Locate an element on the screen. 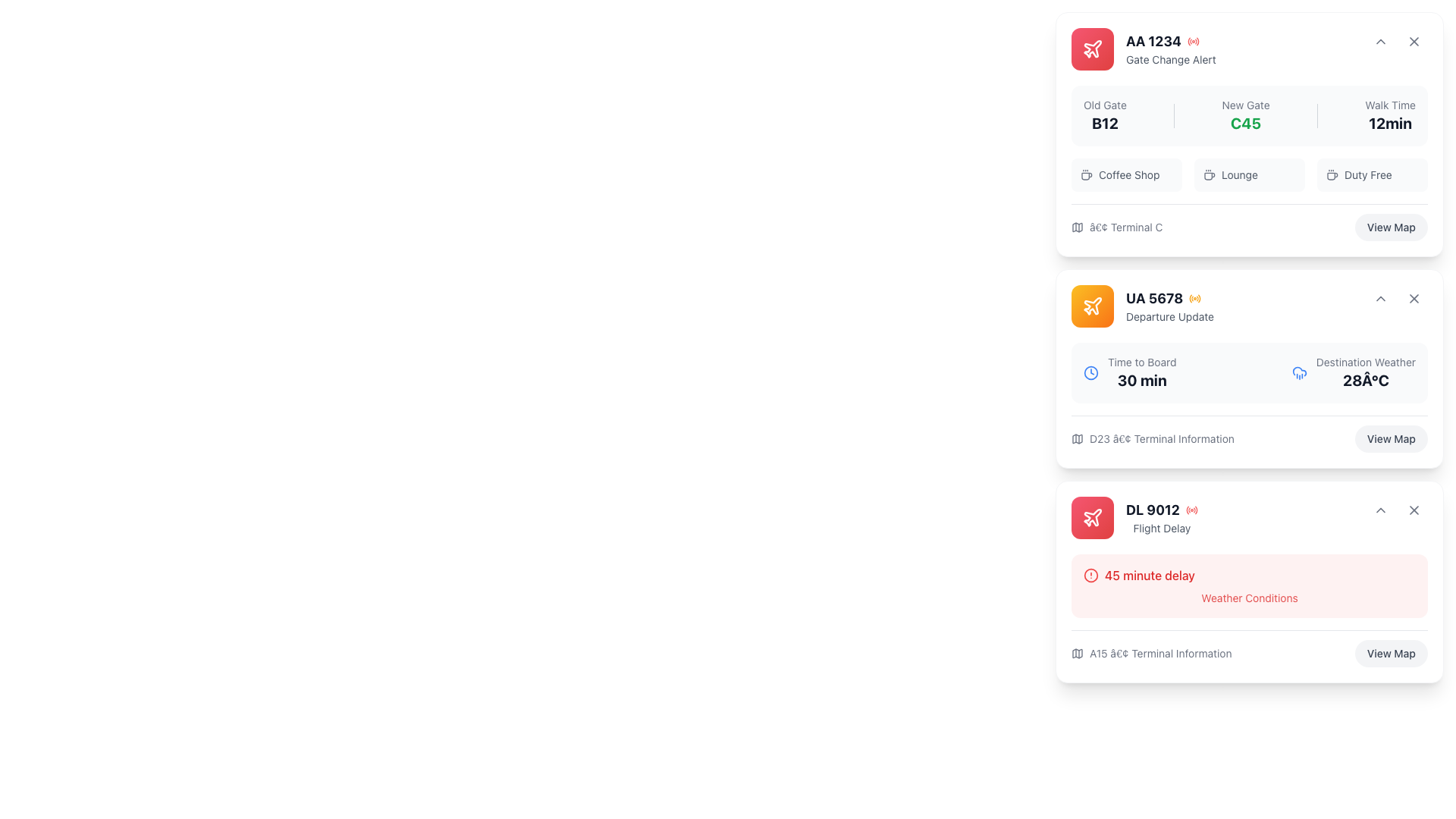 The width and height of the screenshot is (1456, 819). the close icon resembling a cross in the top-right corner of the 'DL 9012' flight delay notification card is located at coordinates (1414, 510).